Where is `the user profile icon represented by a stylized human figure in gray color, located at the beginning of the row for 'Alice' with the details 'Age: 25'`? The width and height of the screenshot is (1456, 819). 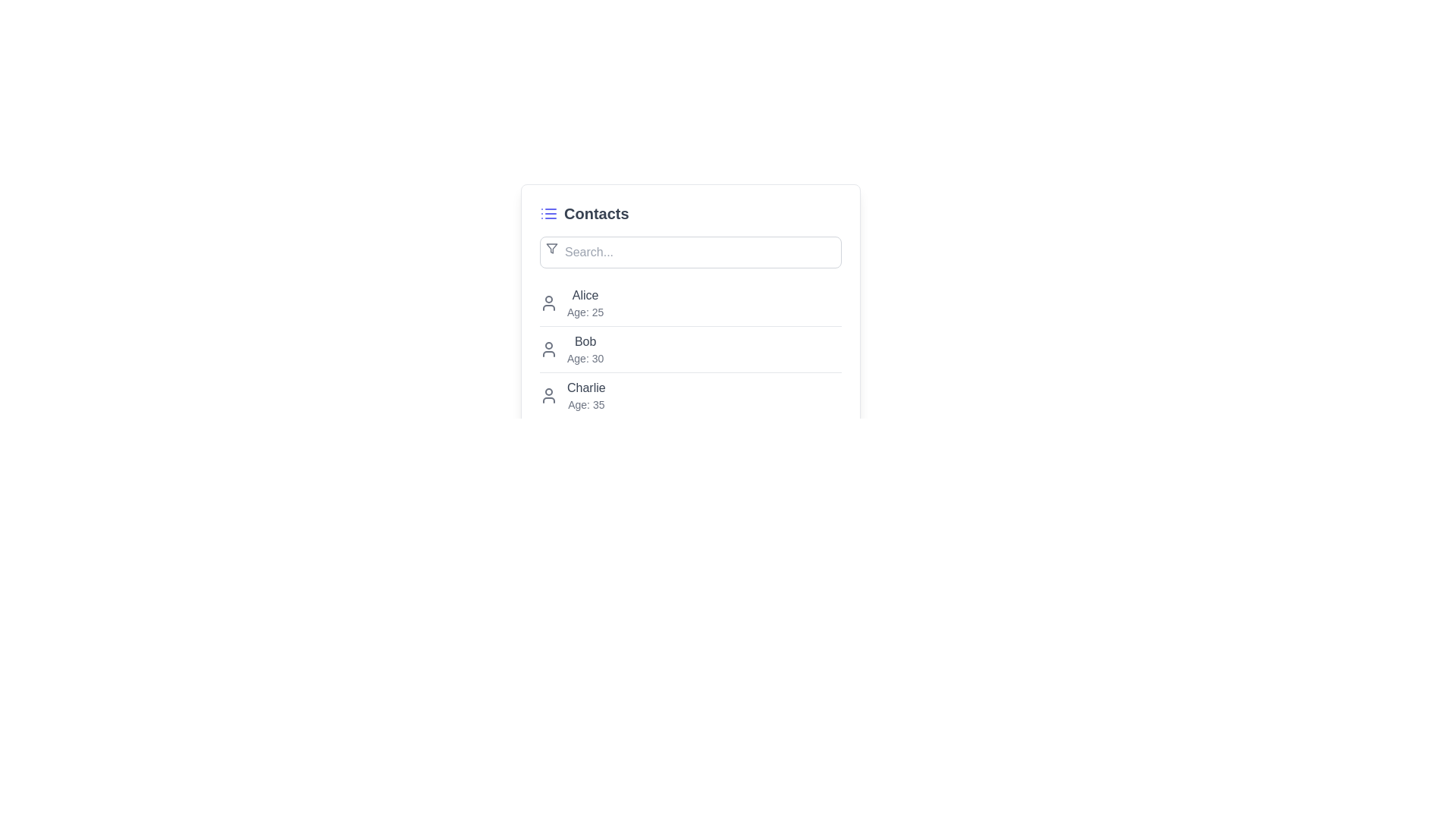
the user profile icon represented by a stylized human figure in gray color, located at the beginning of the row for 'Alice' with the details 'Age: 25' is located at coordinates (548, 303).